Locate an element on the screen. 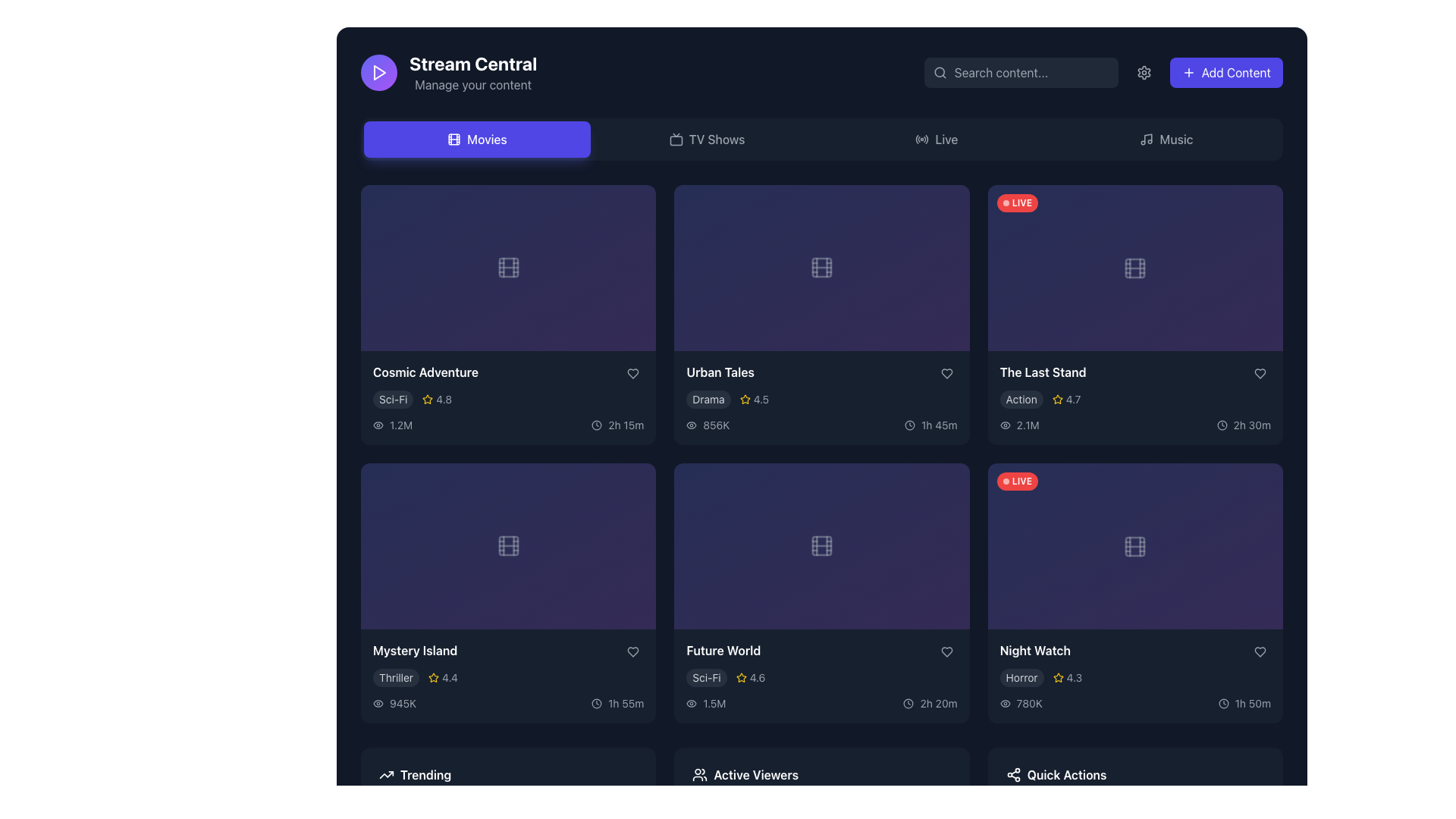 The height and width of the screenshot is (819, 1456). the 'Music' navigation button icon located in the top right of the interface is located at coordinates (1147, 140).